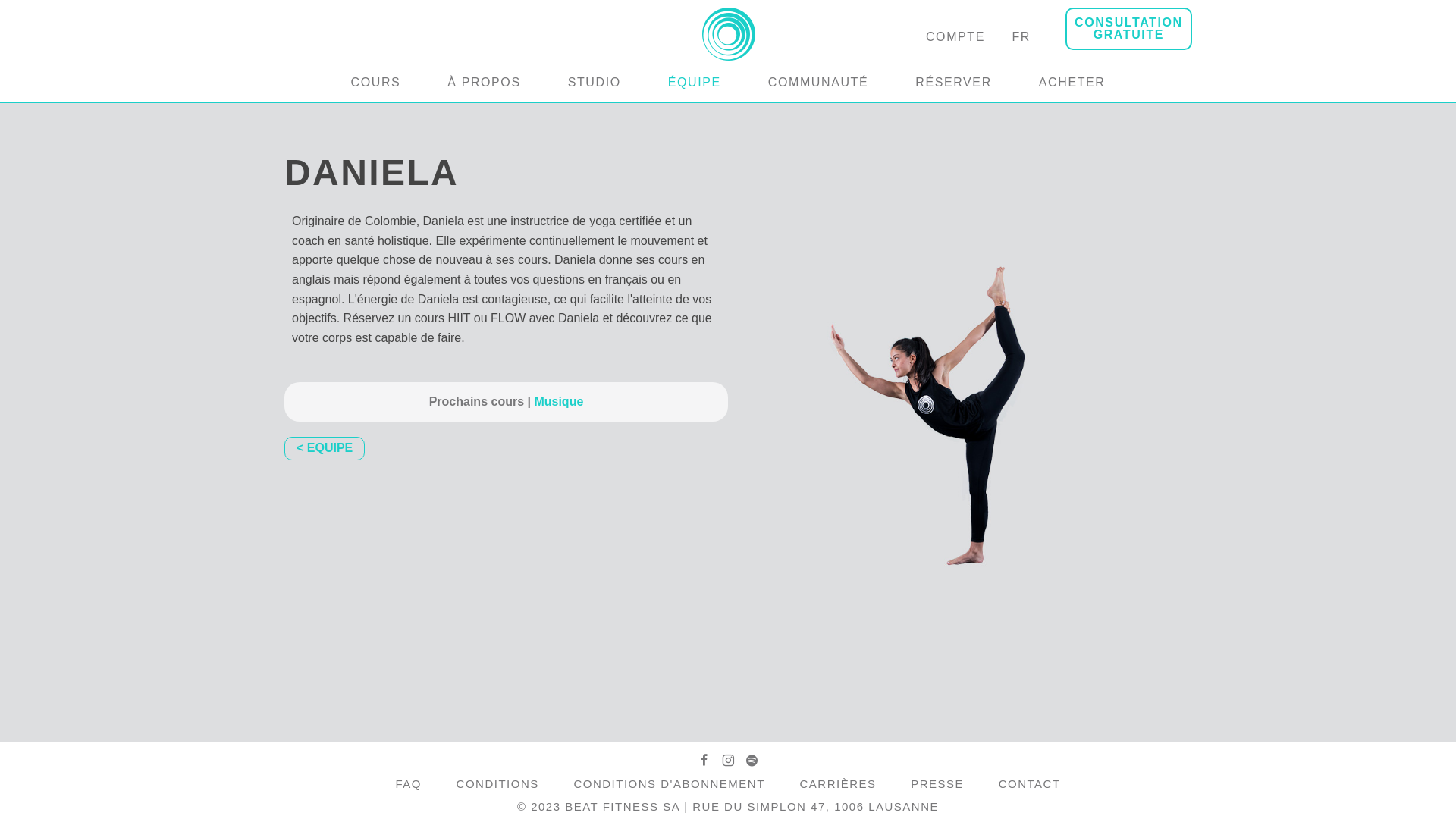 The height and width of the screenshot is (819, 1456). Describe the element at coordinates (728, 761) in the screenshot. I see `'instagram'` at that location.